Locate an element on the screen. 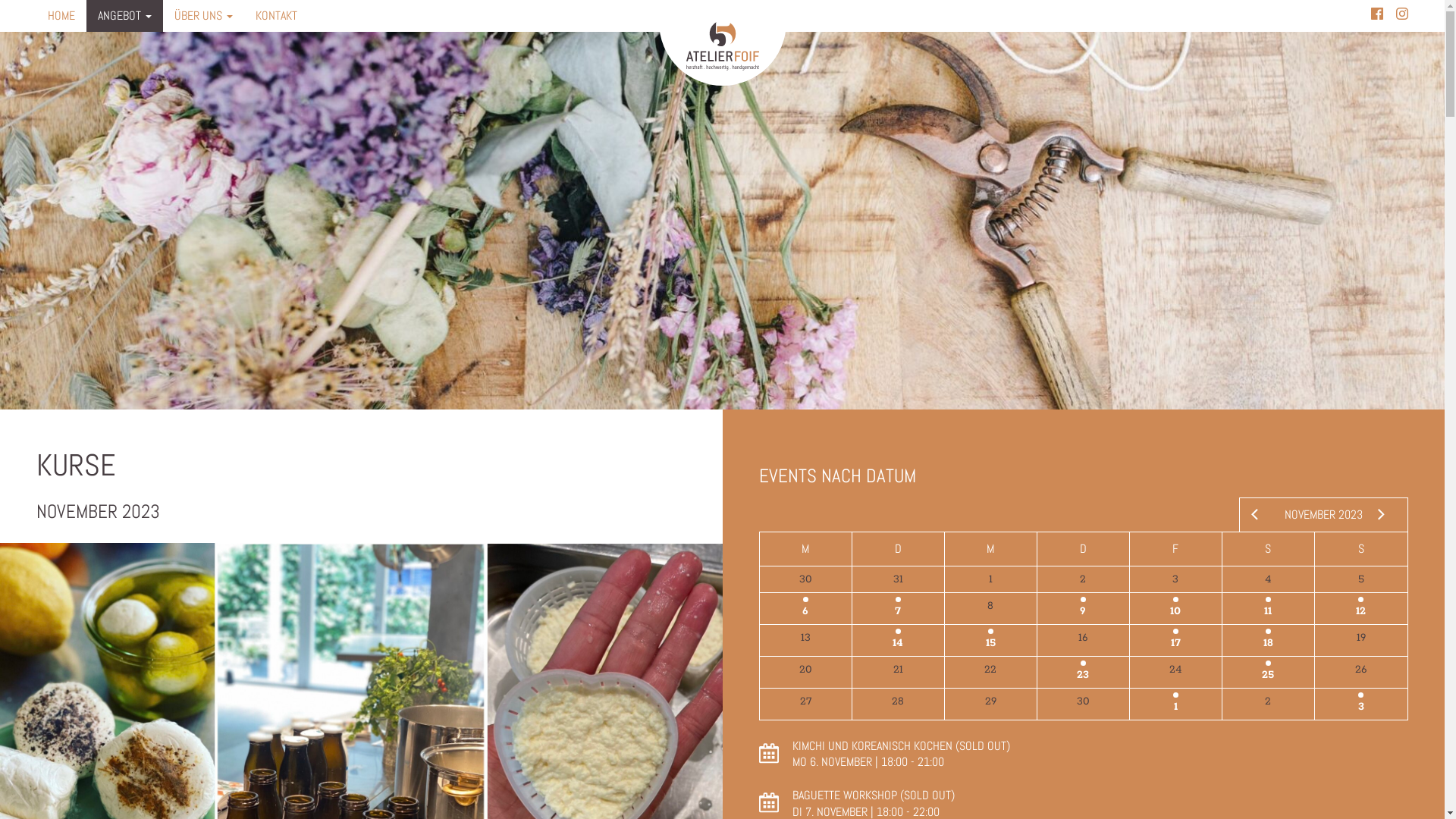  '1 VERANSTALTUNG, is located at coordinates (1082, 607).